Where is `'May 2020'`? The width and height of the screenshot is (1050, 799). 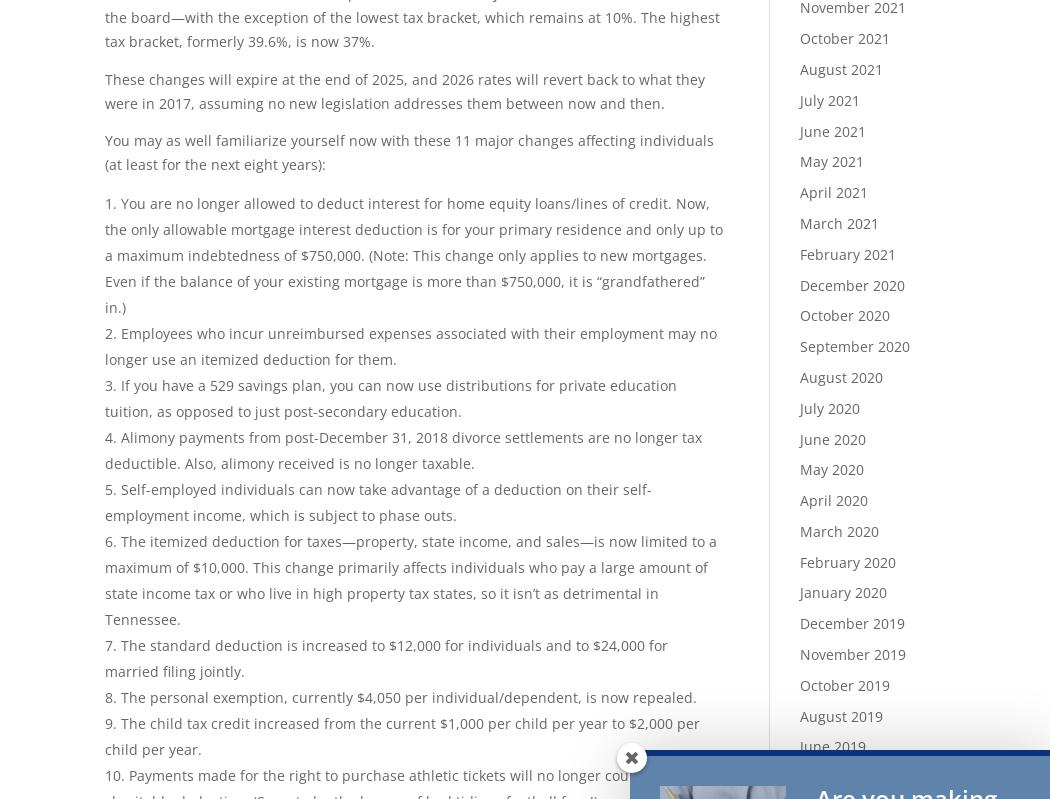
'May 2020' is located at coordinates (830, 468).